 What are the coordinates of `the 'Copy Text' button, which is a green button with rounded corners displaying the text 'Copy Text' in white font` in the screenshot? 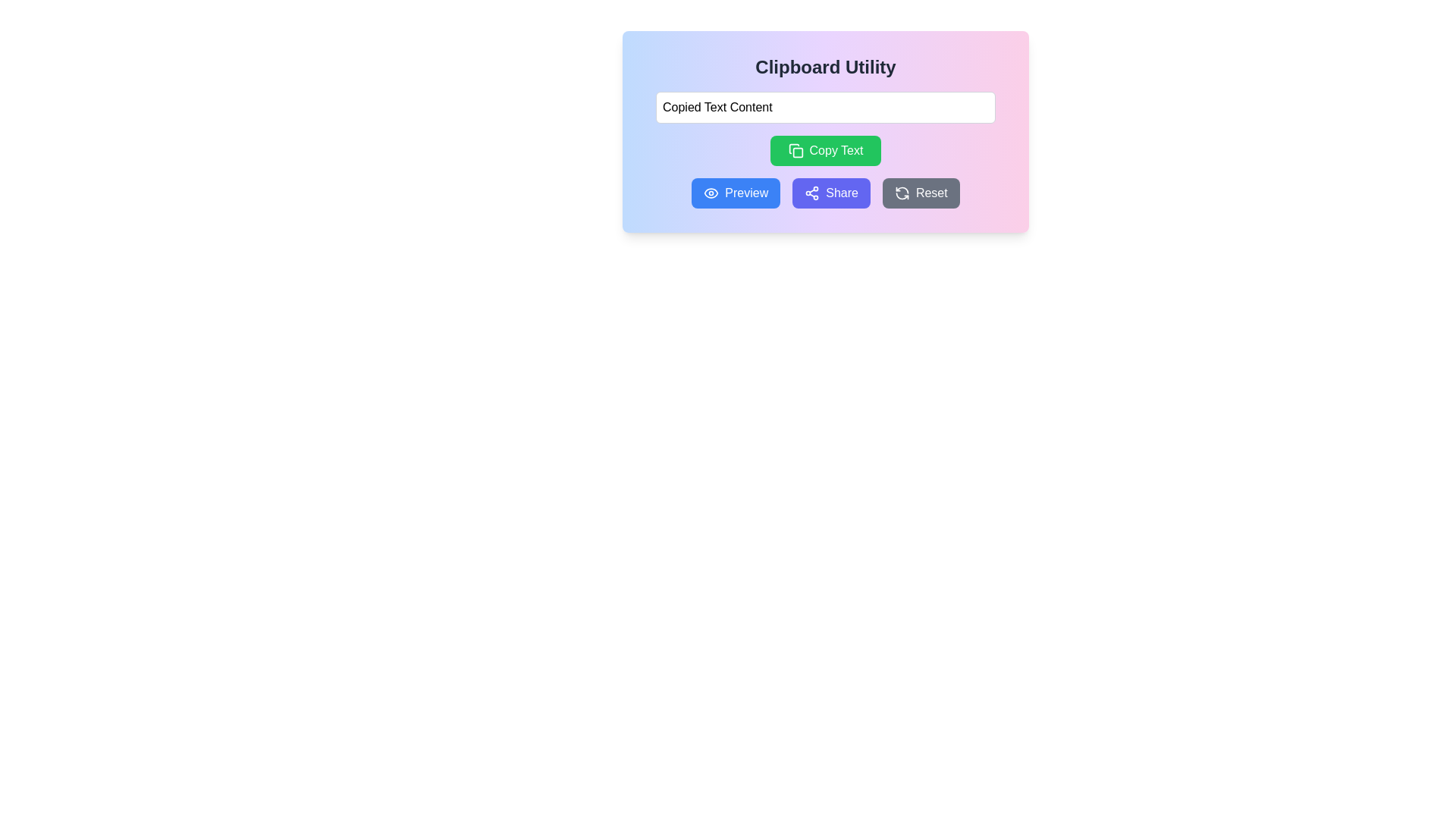 It's located at (836, 151).